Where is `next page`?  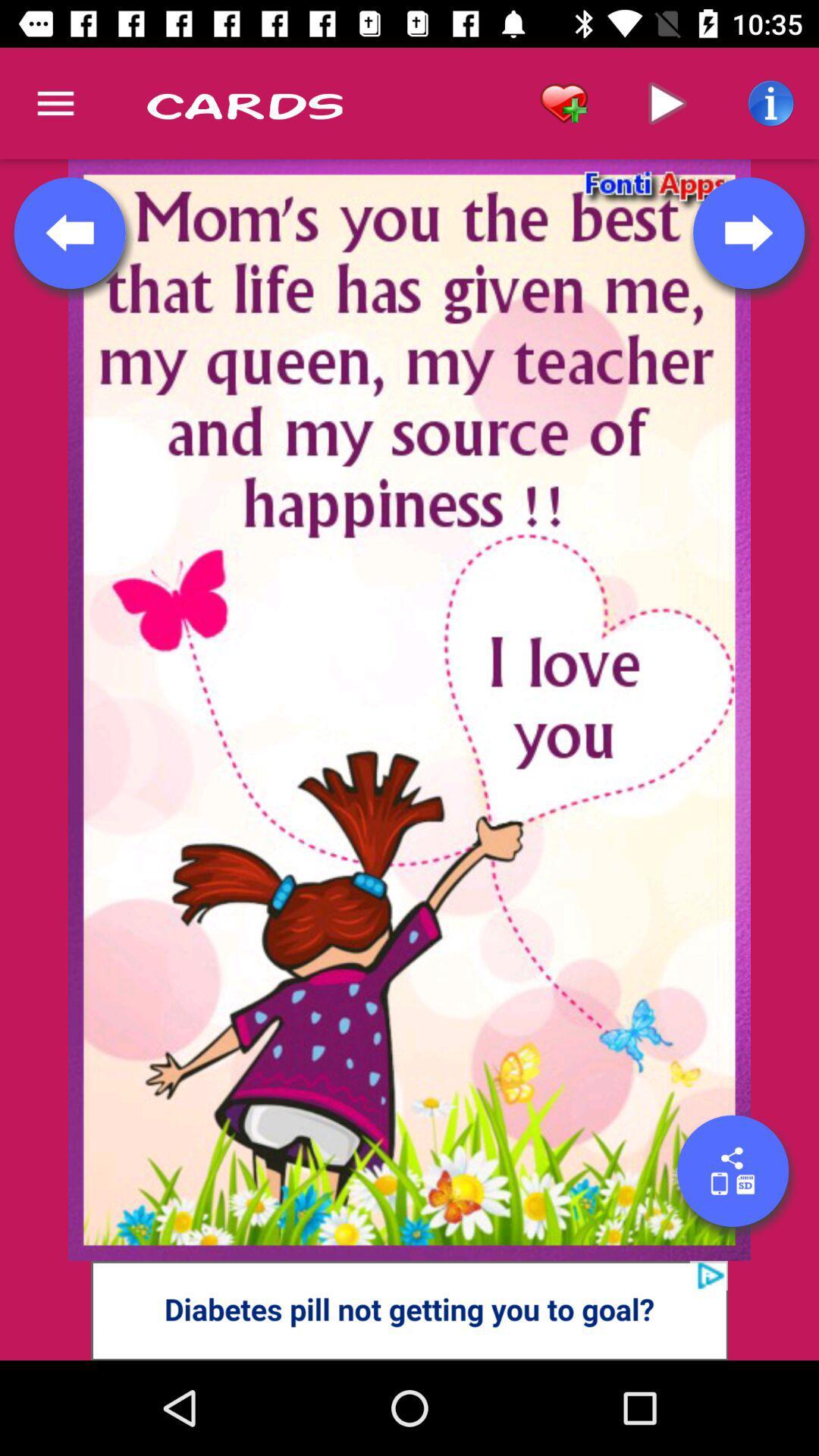
next page is located at coordinates (748, 232).